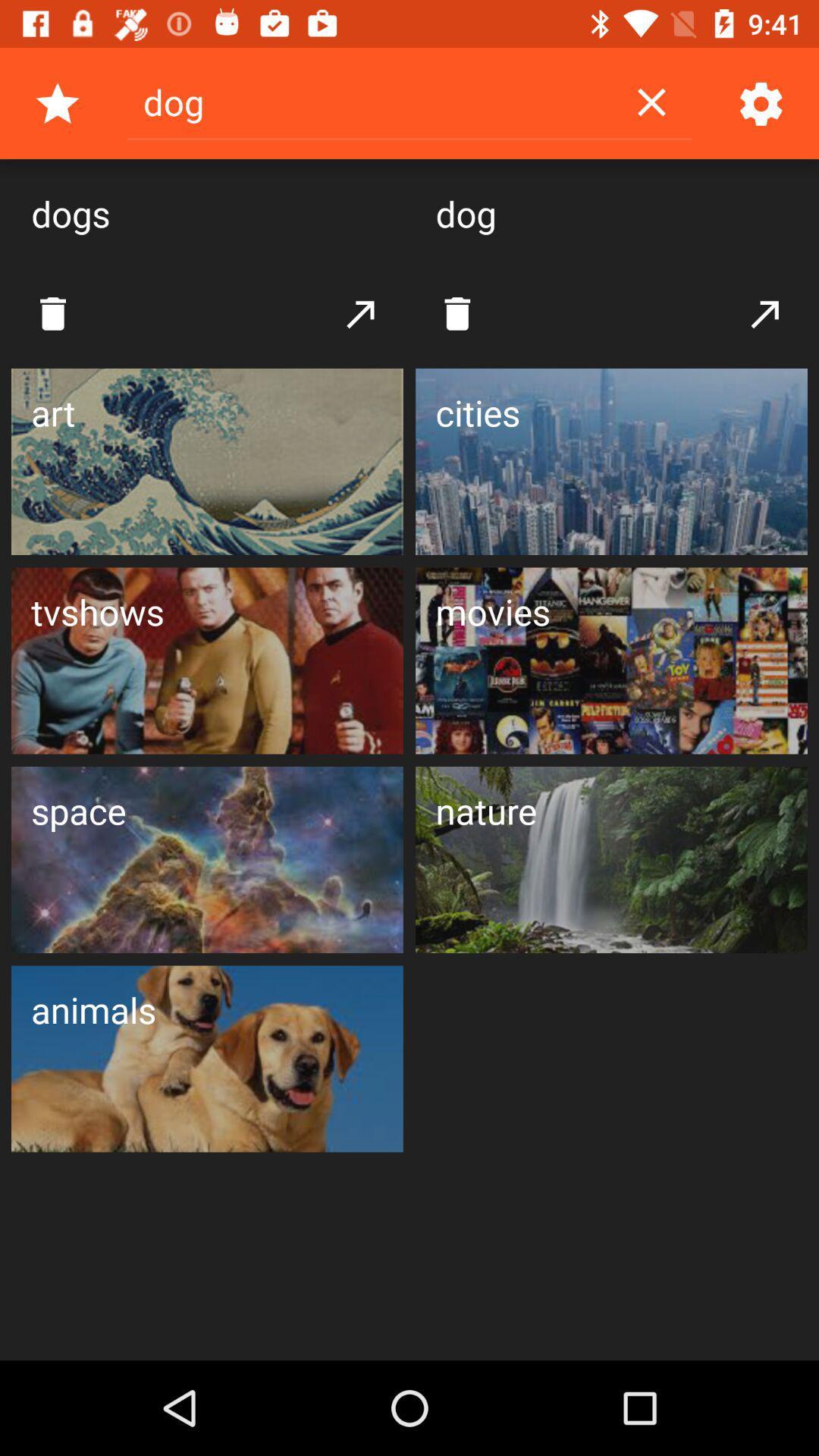 The image size is (819, 1456). What do you see at coordinates (457, 312) in the screenshot?
I see `the button which is below the dog and above the cities` at bounding box center [457, 312].